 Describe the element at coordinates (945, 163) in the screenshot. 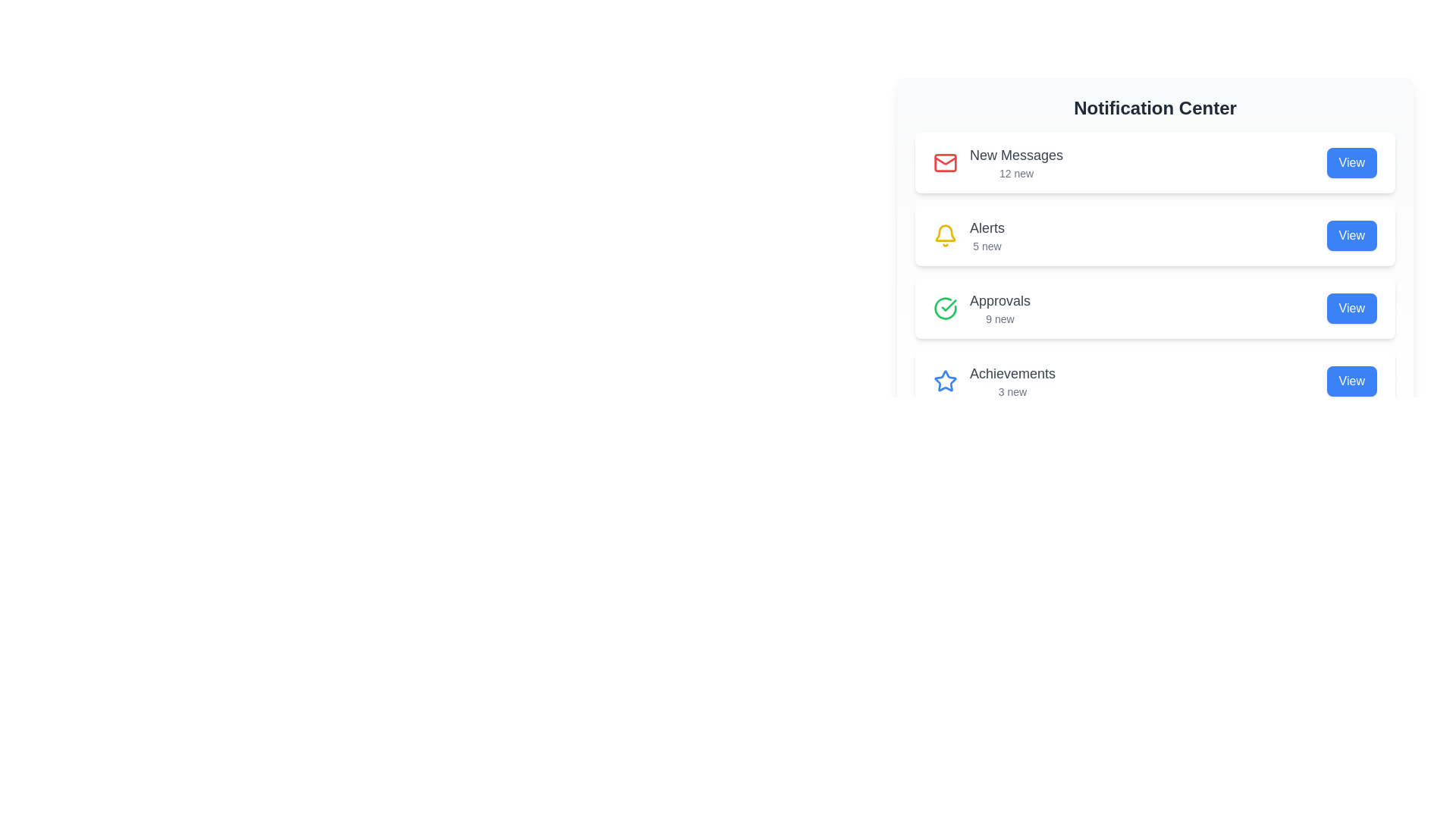

I see `the appearance of the SVG icon representing an envelope located in the upper-left corner of the 'New Messages' notification item in the 'Notification Center' panel` at that location.